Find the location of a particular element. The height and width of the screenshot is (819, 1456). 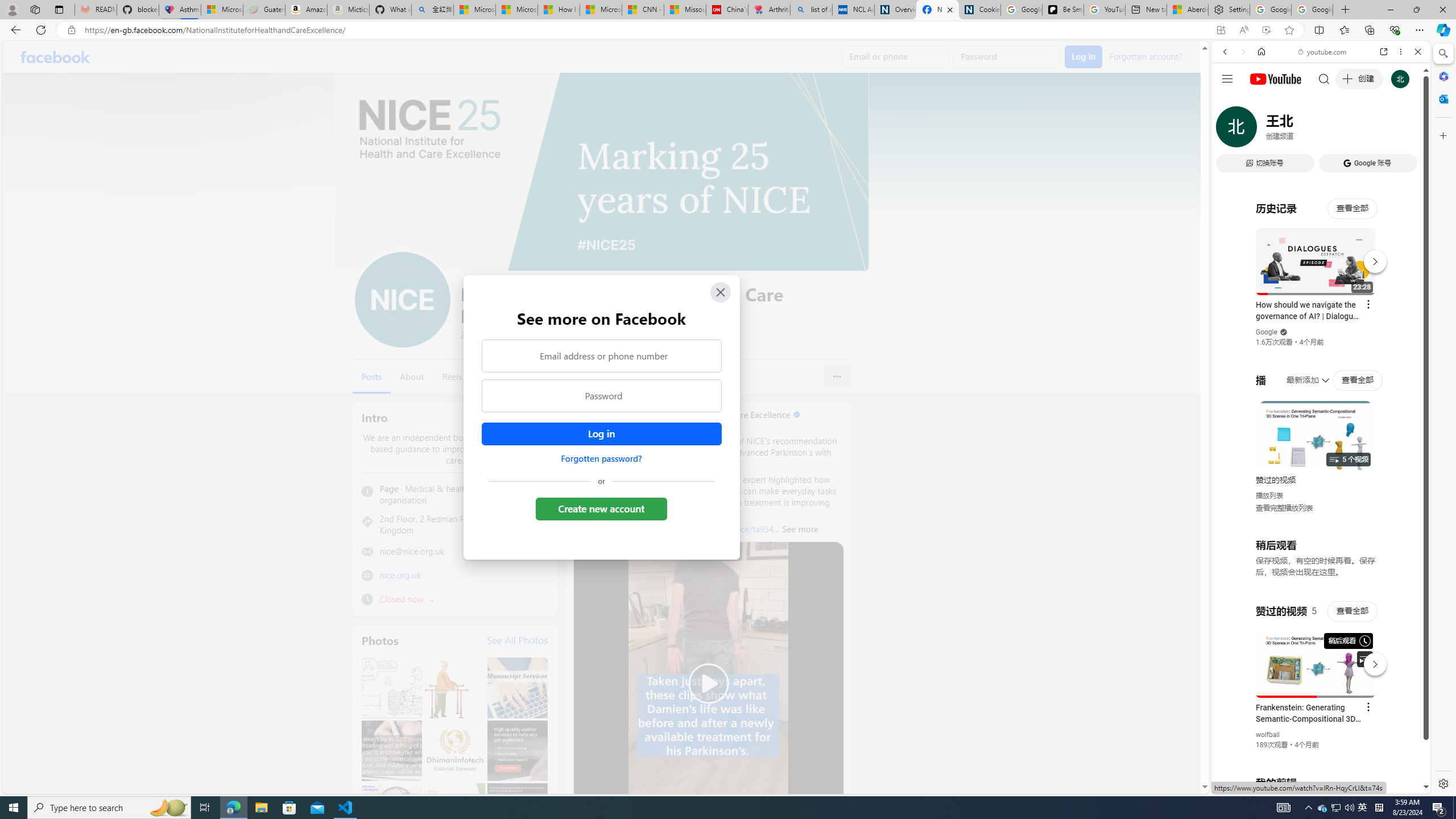

'Accessible login button' is located at coordinates (601, 433).